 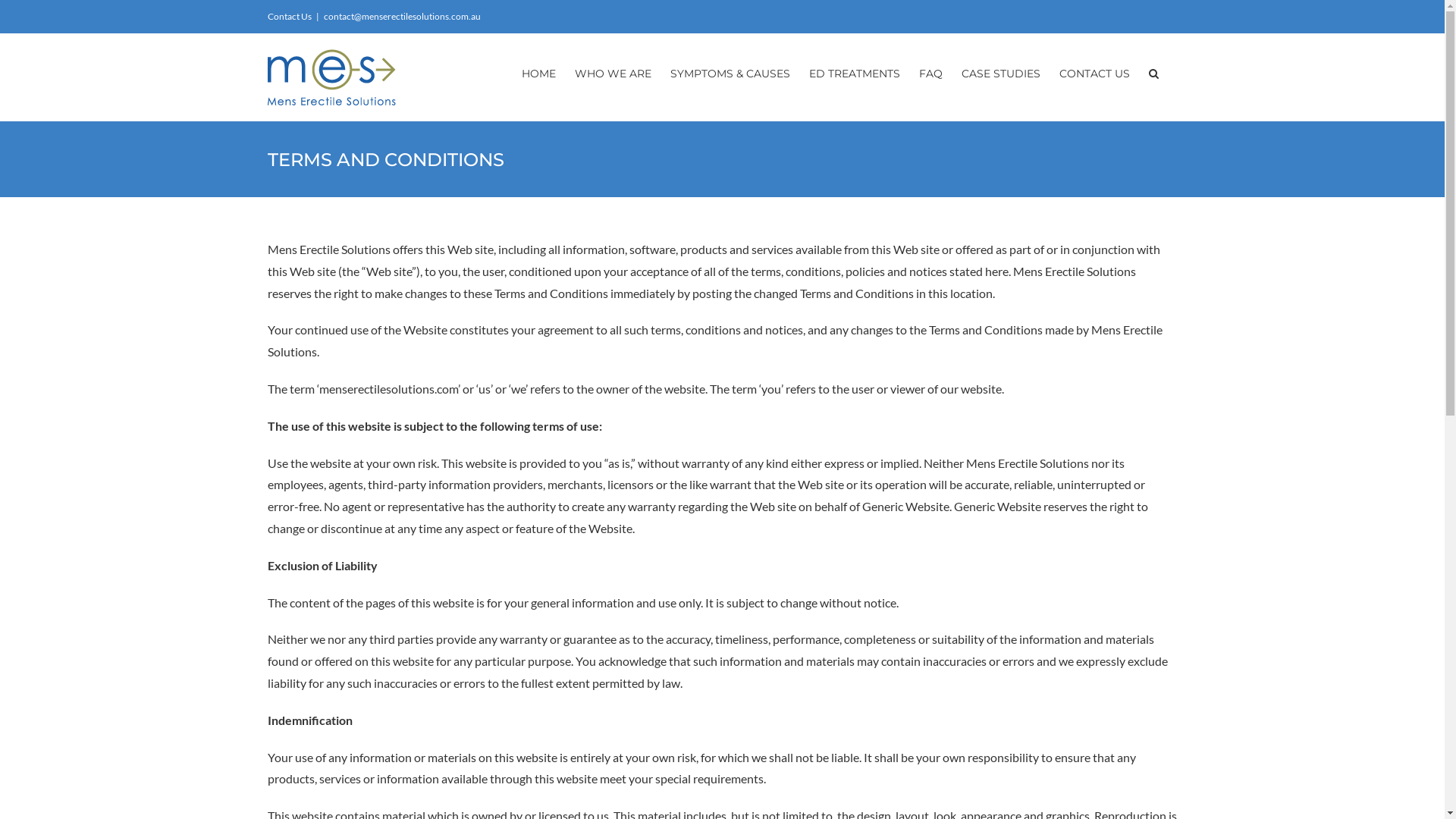 What do you see at coordinates (538, 73) in the screenshot?
I see `'HOME'` at bounding box center [538, 73].